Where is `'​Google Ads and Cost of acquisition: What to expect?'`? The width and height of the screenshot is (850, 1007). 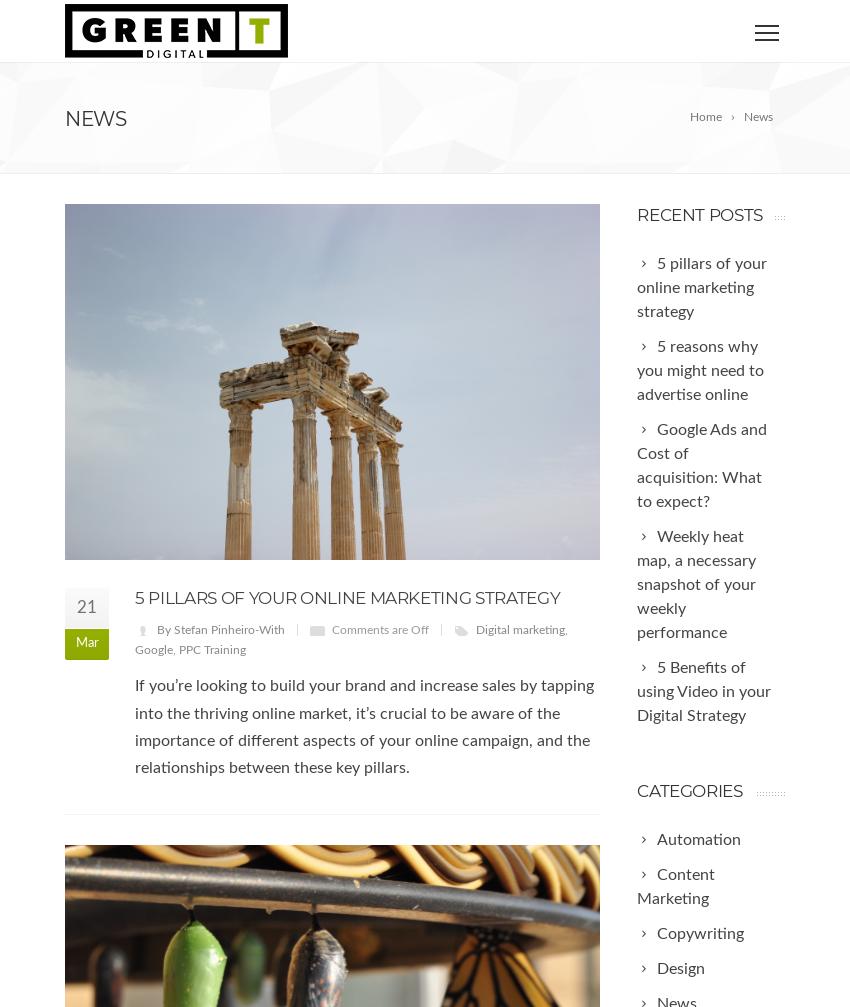 '​Google Ads and Cost of acquisition: What to expect?' is located at coordinates (701, 465).